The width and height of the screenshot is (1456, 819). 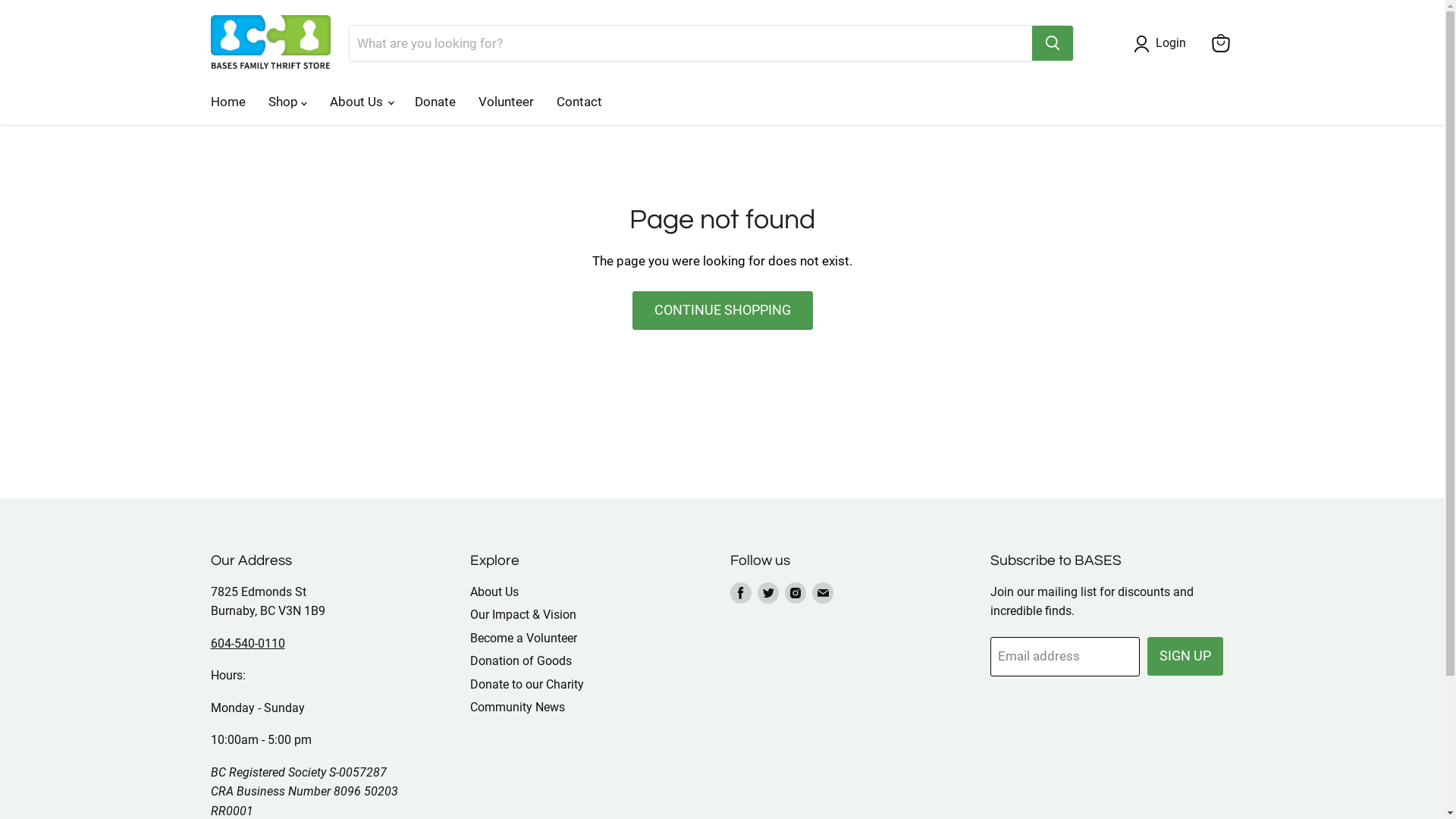 What do you see at coordinates (359, 102) in the screenshot?
I see `'About Us'` at bounding box center [359, 102].